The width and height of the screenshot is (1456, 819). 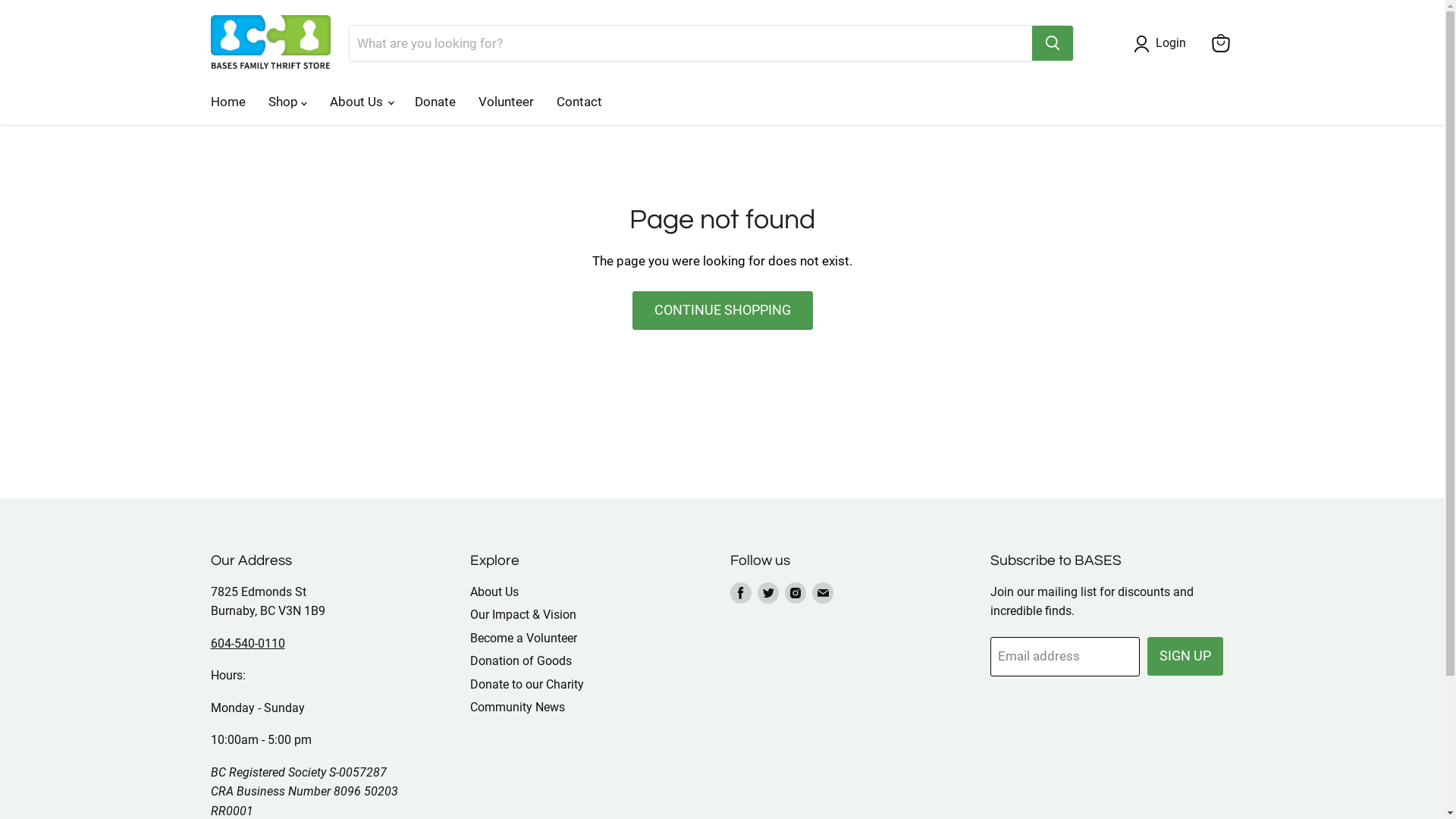 What do you see at coordinates (359, 102) in the screenshot?
I see `'About Us'` at bounding box center [359, 102].